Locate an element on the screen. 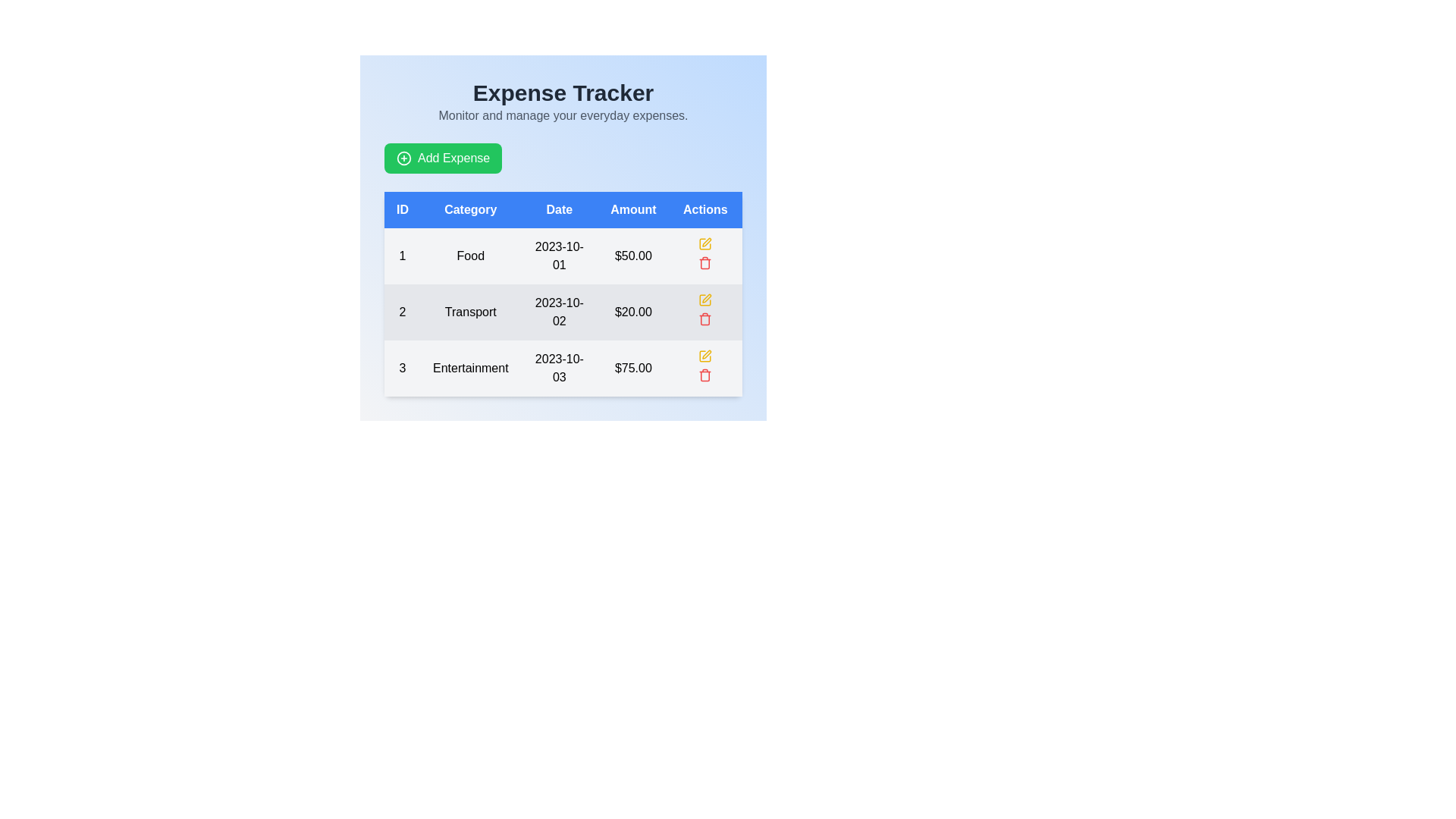 The width and height of the screenshot is (1456, 819). the text label 'ID' which is a white text centered in a blue-shaded box, positioned as the first column header in a horizontally arranged header row is located at coordinates (403, 210).